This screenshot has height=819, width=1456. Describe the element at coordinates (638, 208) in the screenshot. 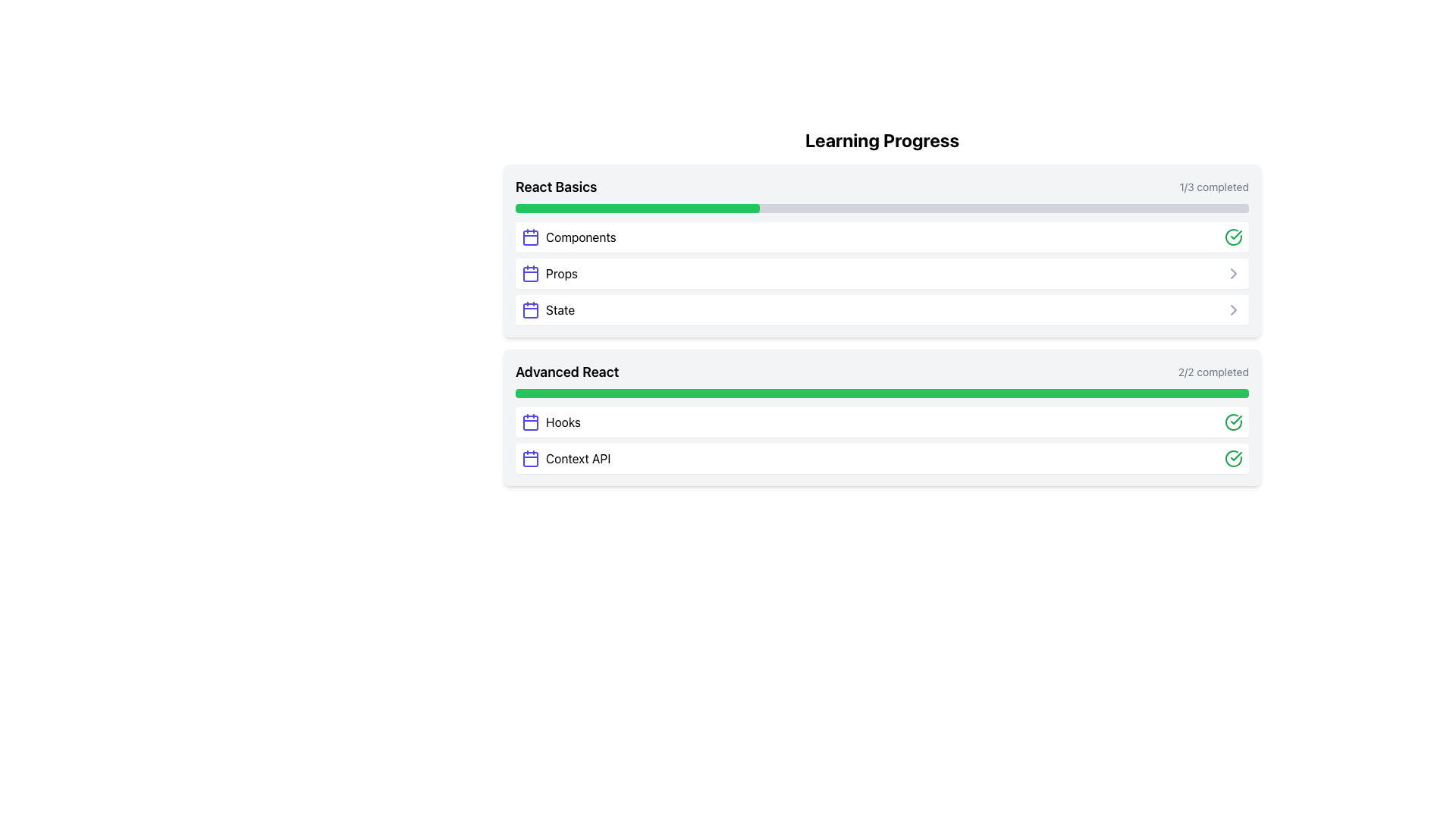

I see `the green progress bar located in the 'React Basics' section of the Learning Progress interface` at that location.